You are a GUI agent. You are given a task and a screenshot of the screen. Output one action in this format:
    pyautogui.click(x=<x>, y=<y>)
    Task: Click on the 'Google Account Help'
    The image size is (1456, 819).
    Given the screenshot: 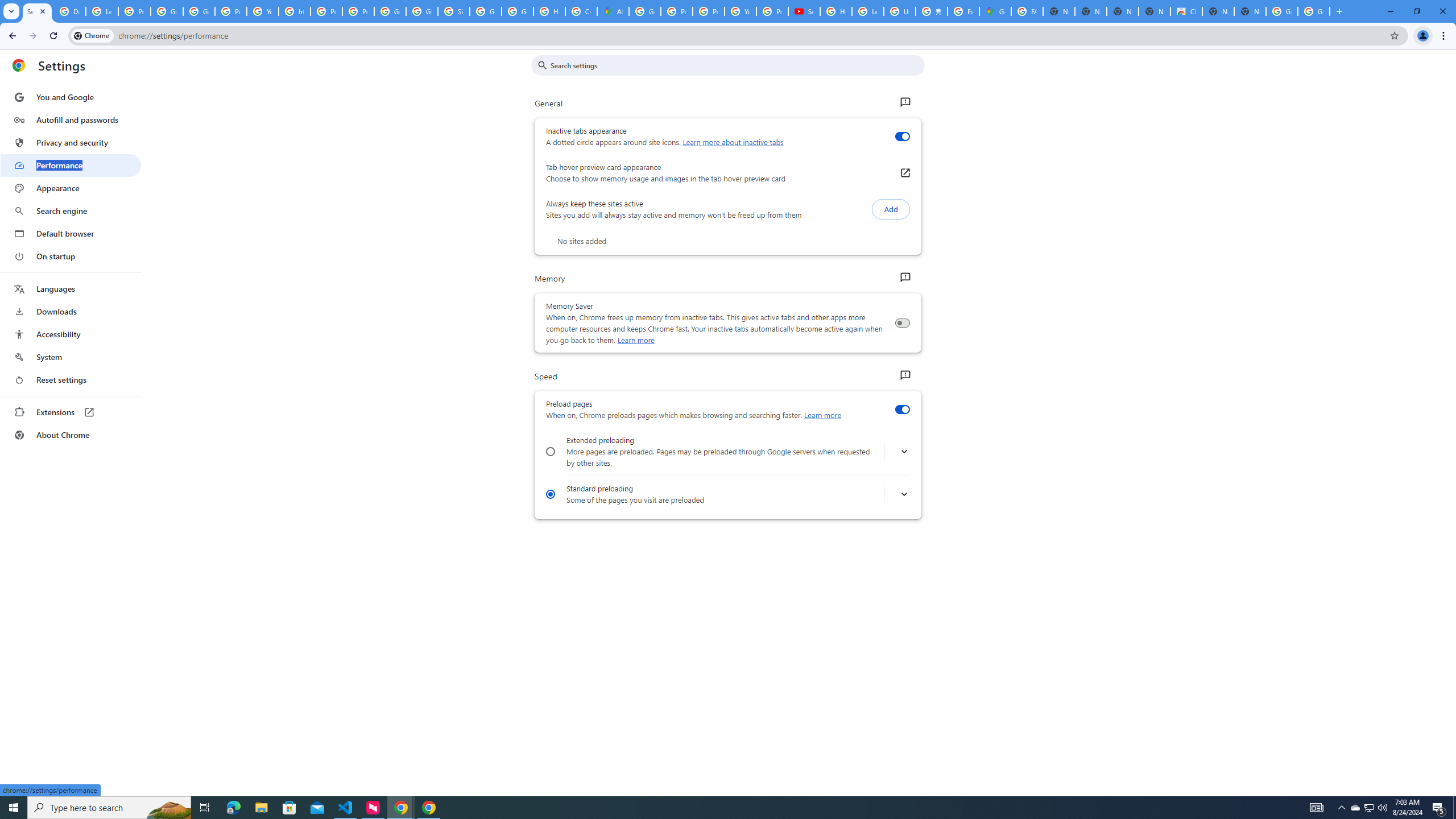 What is the action you would take?
    pyautogui.click(x=167, y=11)
    